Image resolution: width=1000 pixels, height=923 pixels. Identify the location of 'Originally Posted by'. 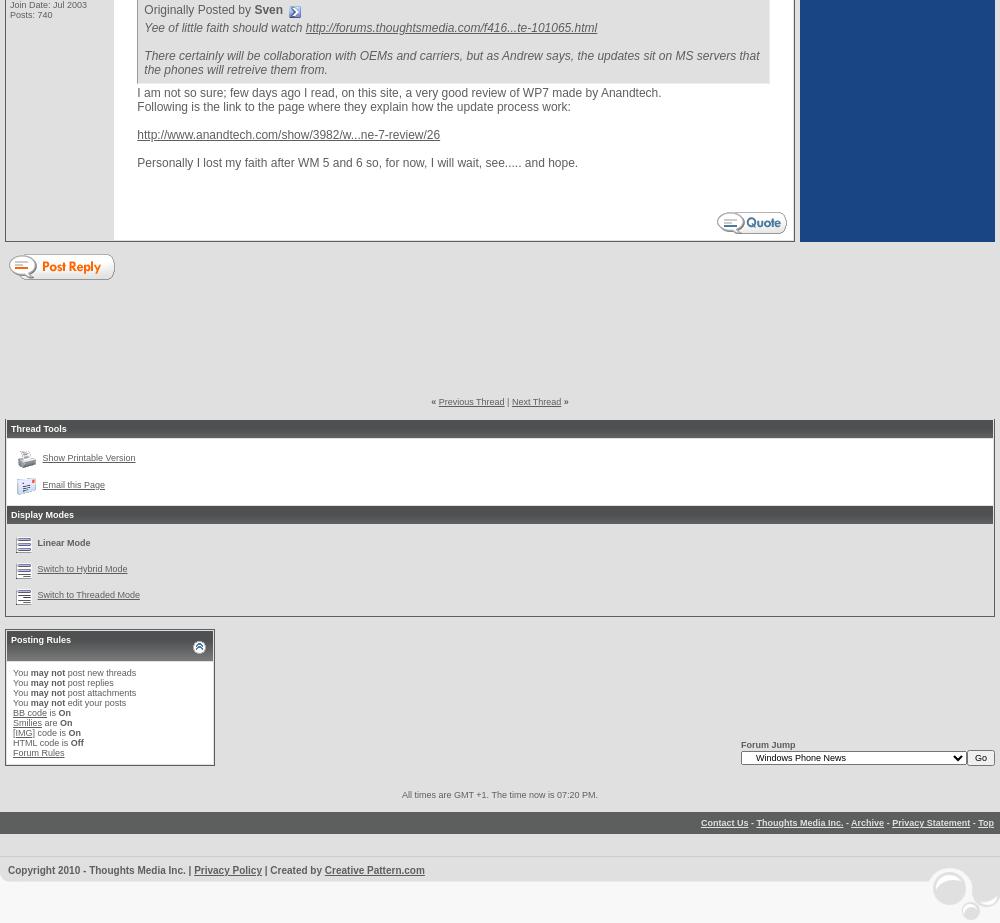
(144, 9).